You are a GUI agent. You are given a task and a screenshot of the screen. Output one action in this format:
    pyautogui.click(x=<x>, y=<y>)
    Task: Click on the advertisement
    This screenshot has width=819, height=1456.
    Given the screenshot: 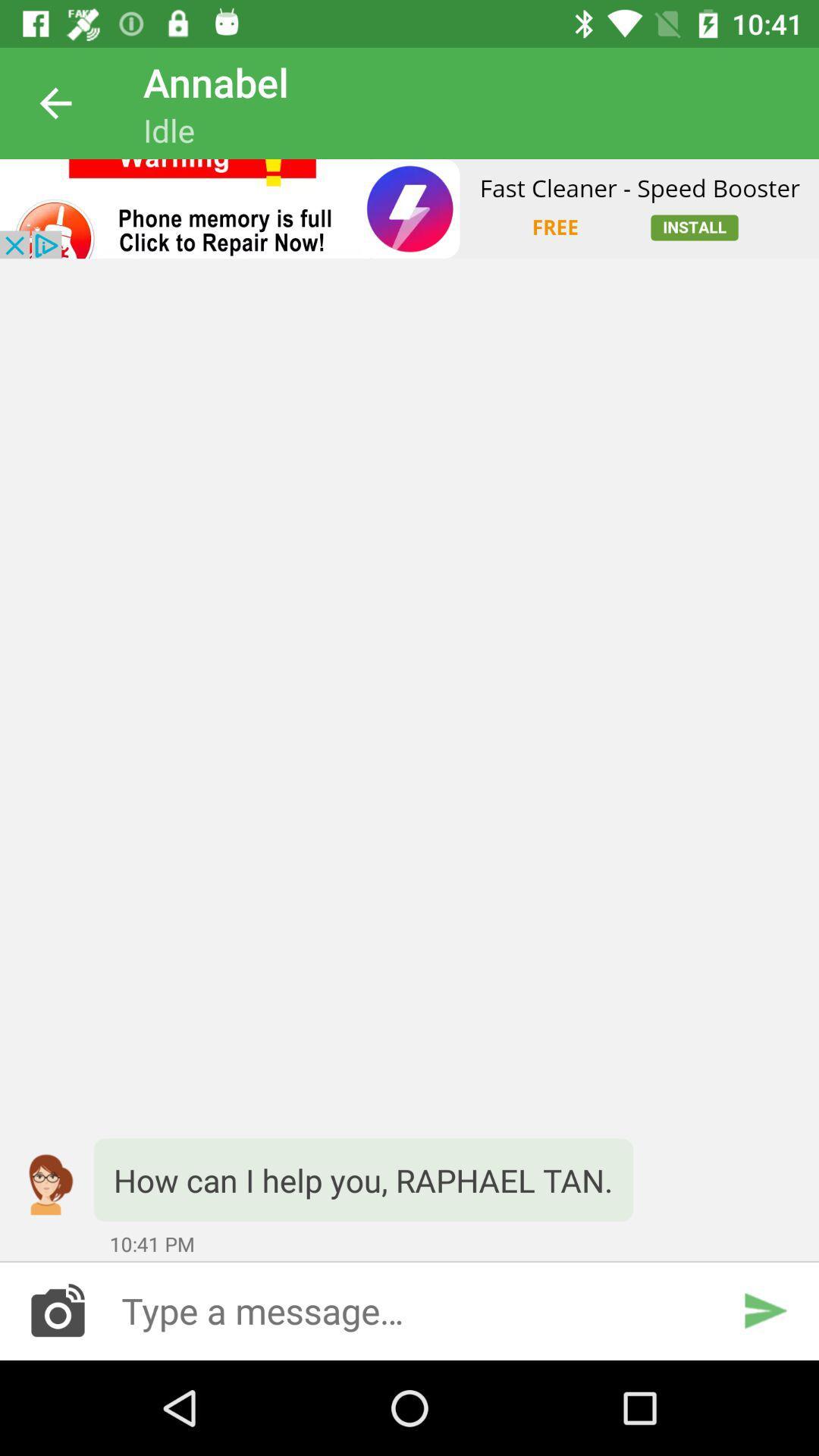 What is the action you would take?
    pyautogui.click(x=409, y=208)
    